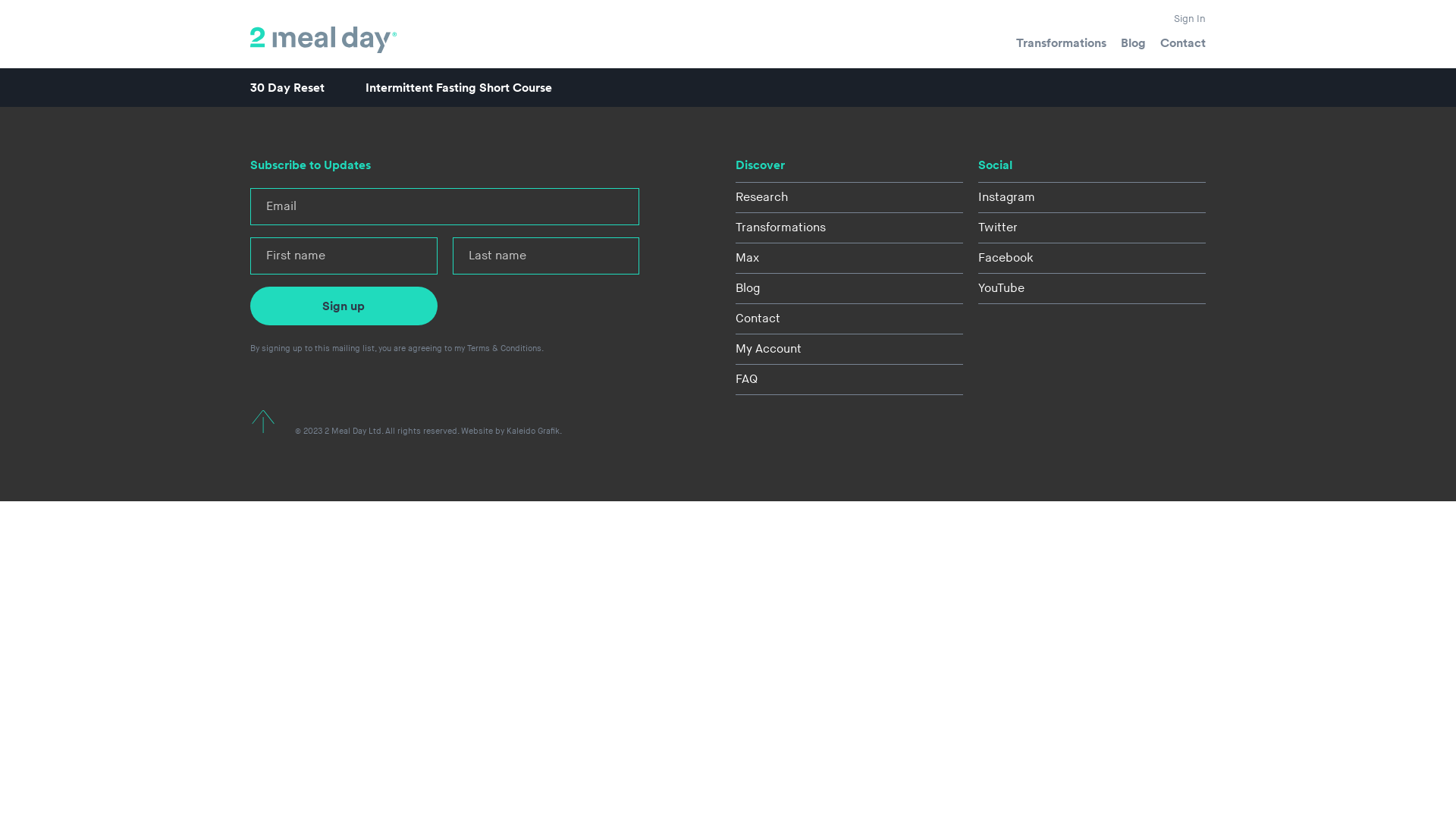 Image resolution: width=1456 pixels, height=819 pixels. I want to click on 'Sign up', so click(343, 306).